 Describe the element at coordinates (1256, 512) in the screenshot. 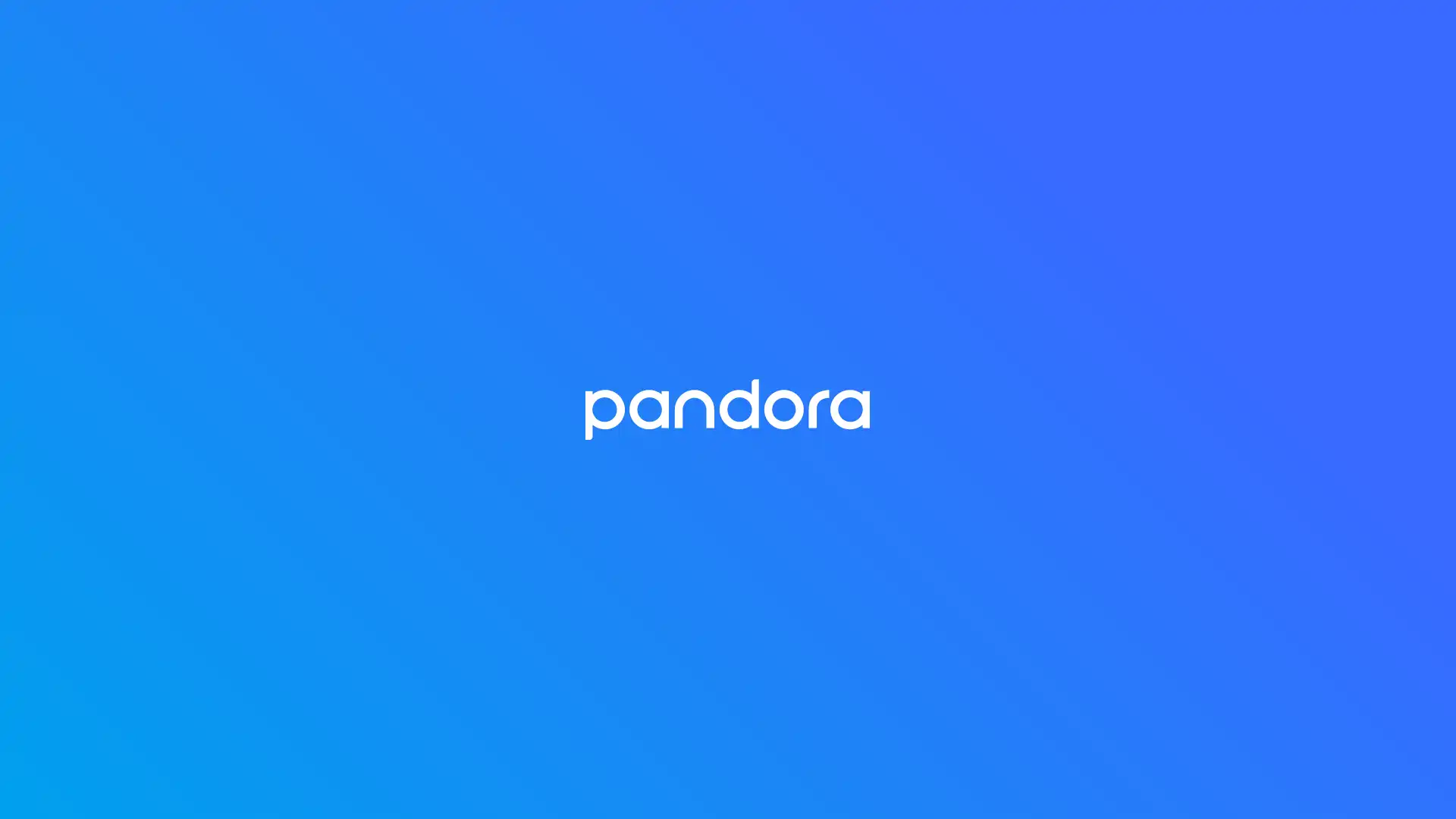

I see `32:25` at that location.